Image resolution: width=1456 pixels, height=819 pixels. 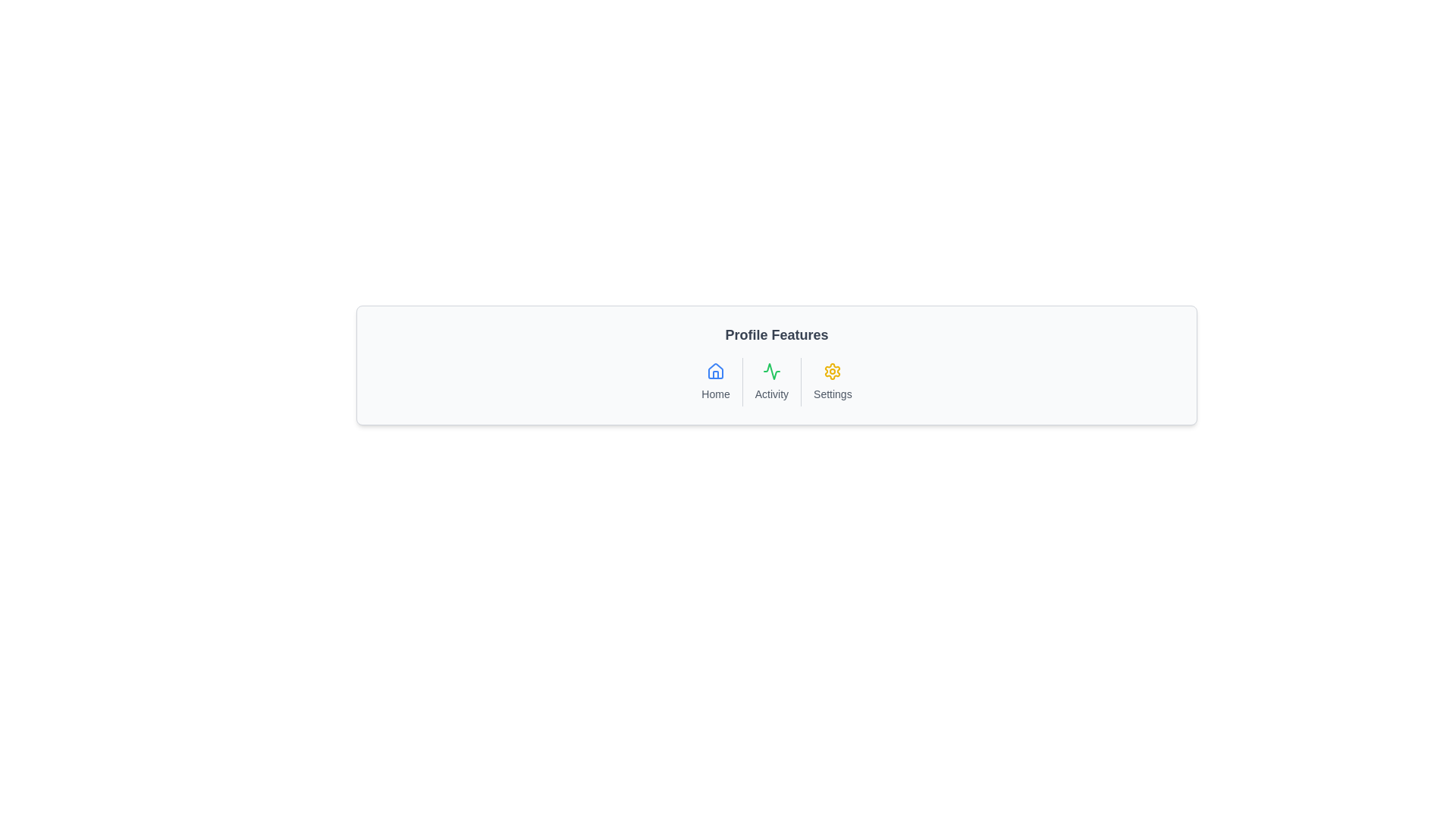 I want to click on the Vertical Divider, which is a gray-bordered vertical line located between the 'Activity' and 'Settings' sections, so click(x=800, y=381).